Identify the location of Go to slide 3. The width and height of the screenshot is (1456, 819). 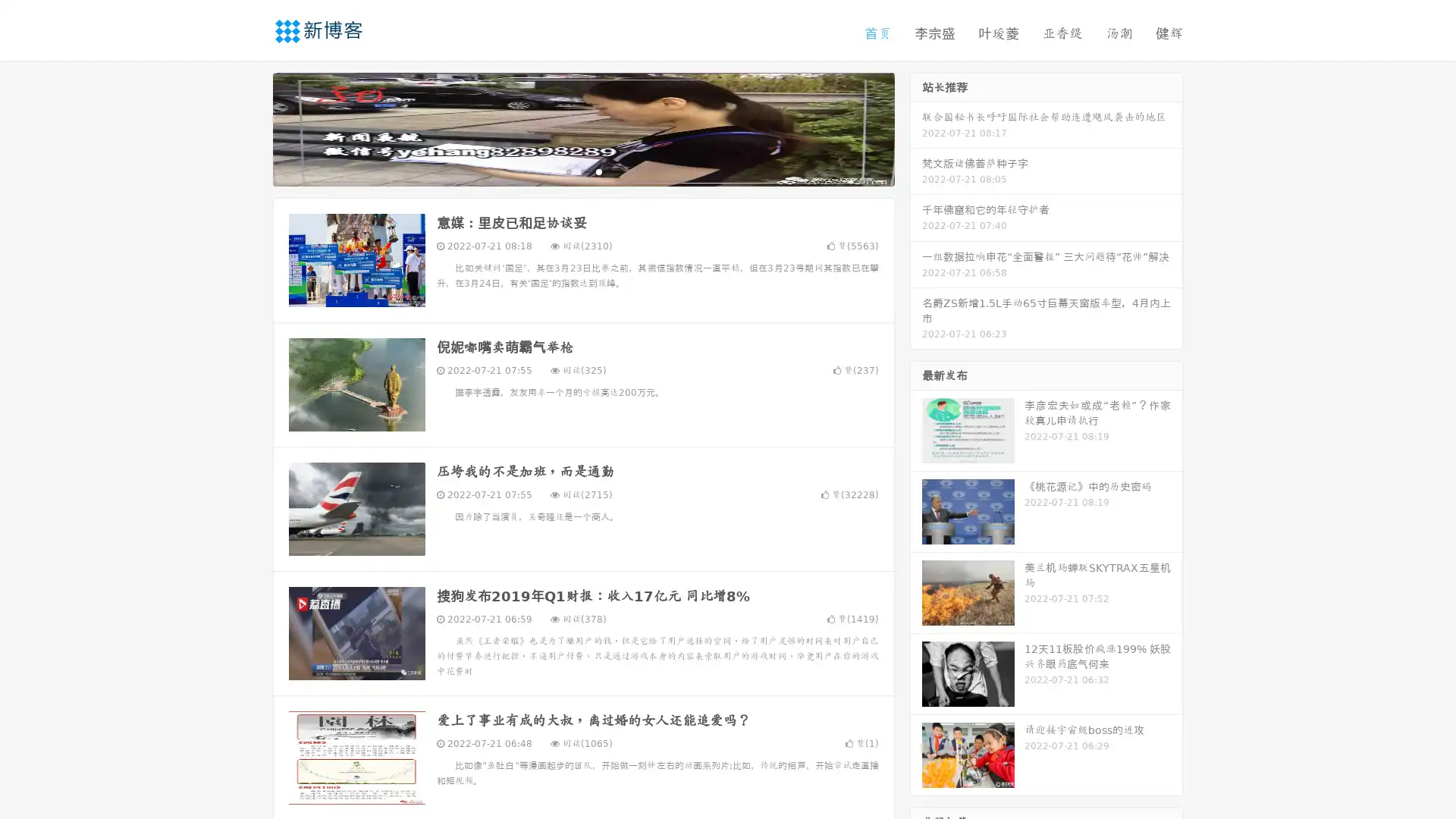
(598, 171).